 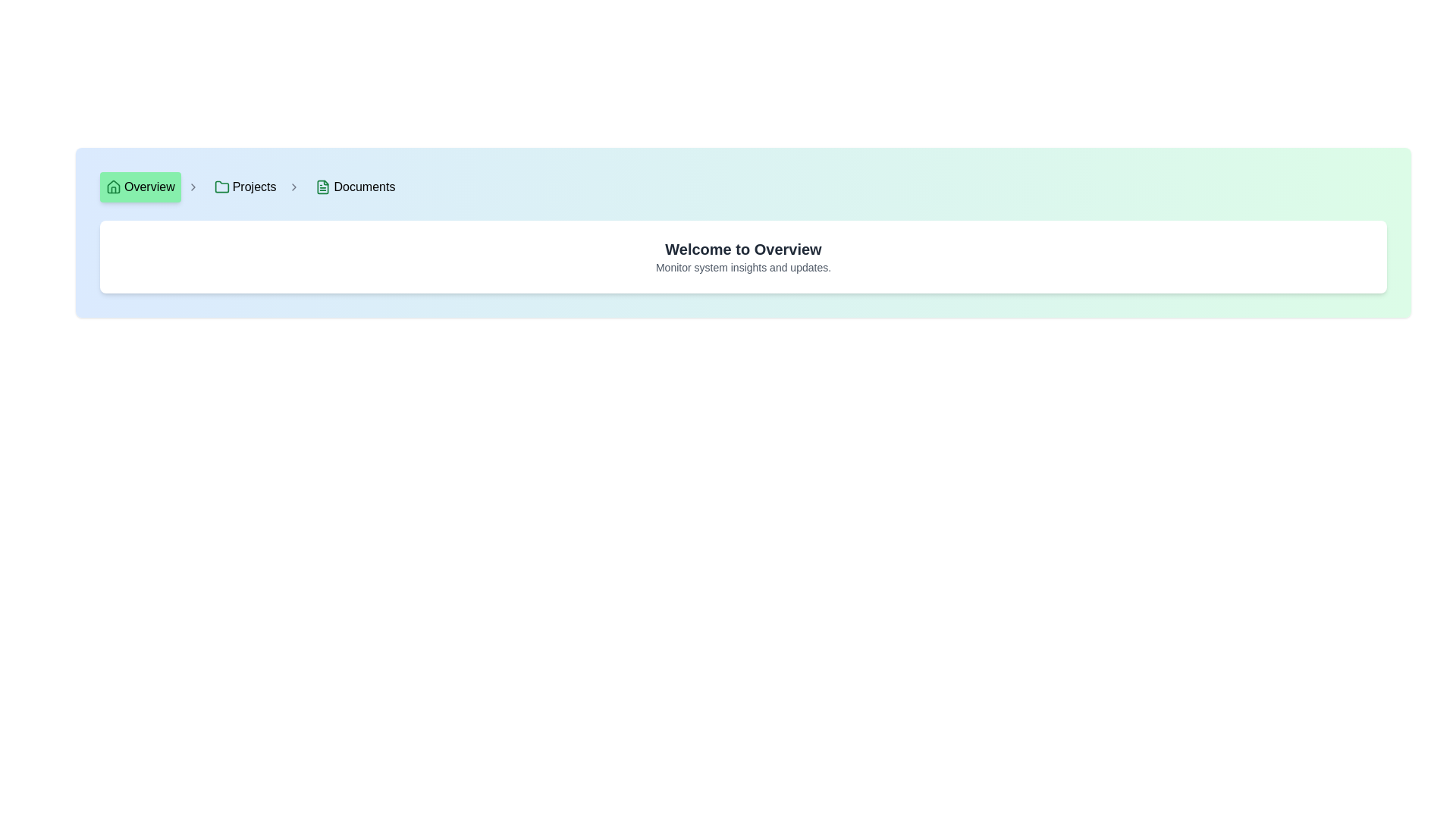 I want to click on the chevron SVG-based icon that serves as a navigation indicator in the breadcrumb trail, located immediately to the right of the 'Projects' text, so click(x=294, y=186).